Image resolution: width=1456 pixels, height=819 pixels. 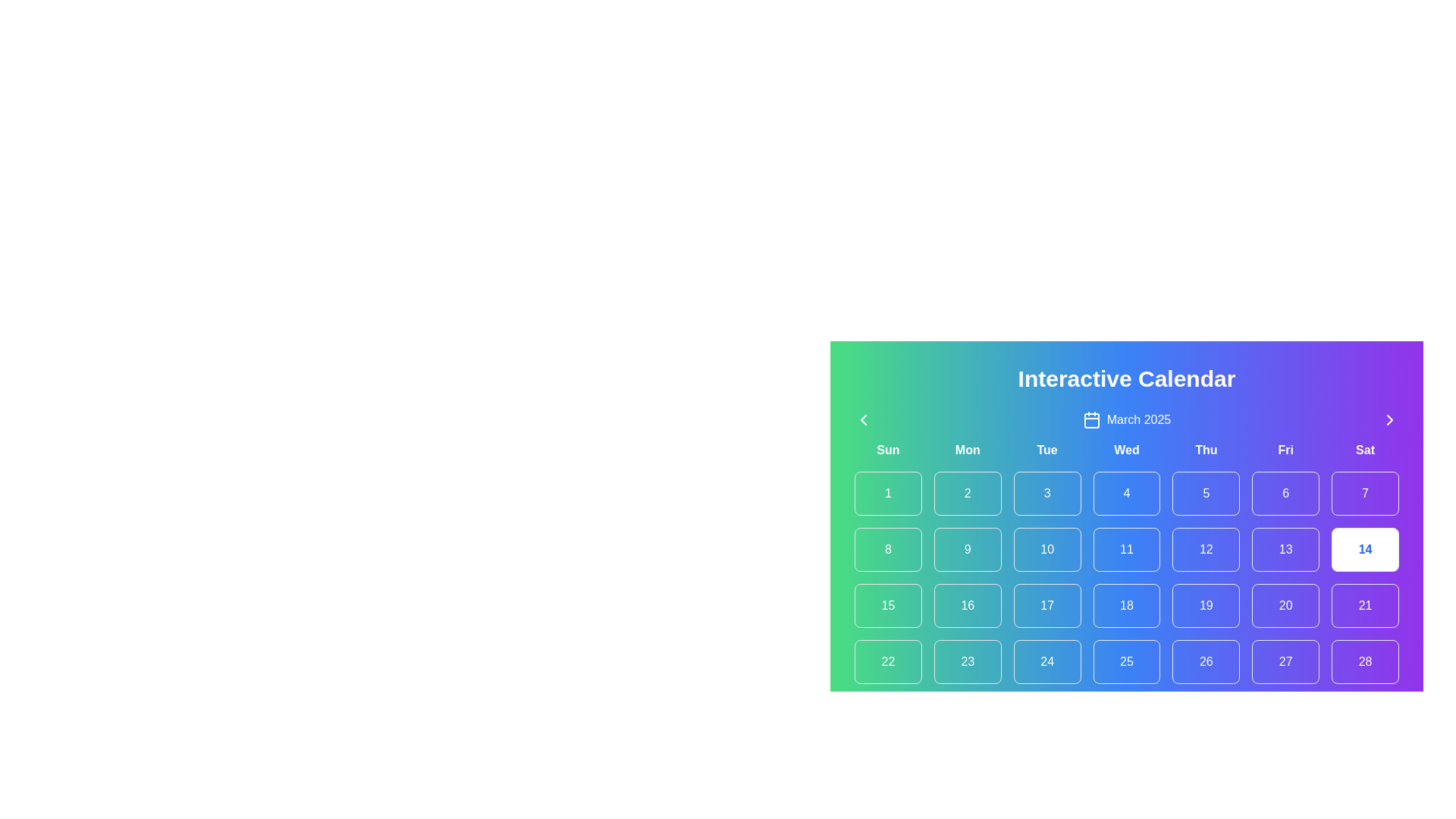 I want to click on the Text button representing the day '2' in the calendar interface, so click(x=967, y=494).